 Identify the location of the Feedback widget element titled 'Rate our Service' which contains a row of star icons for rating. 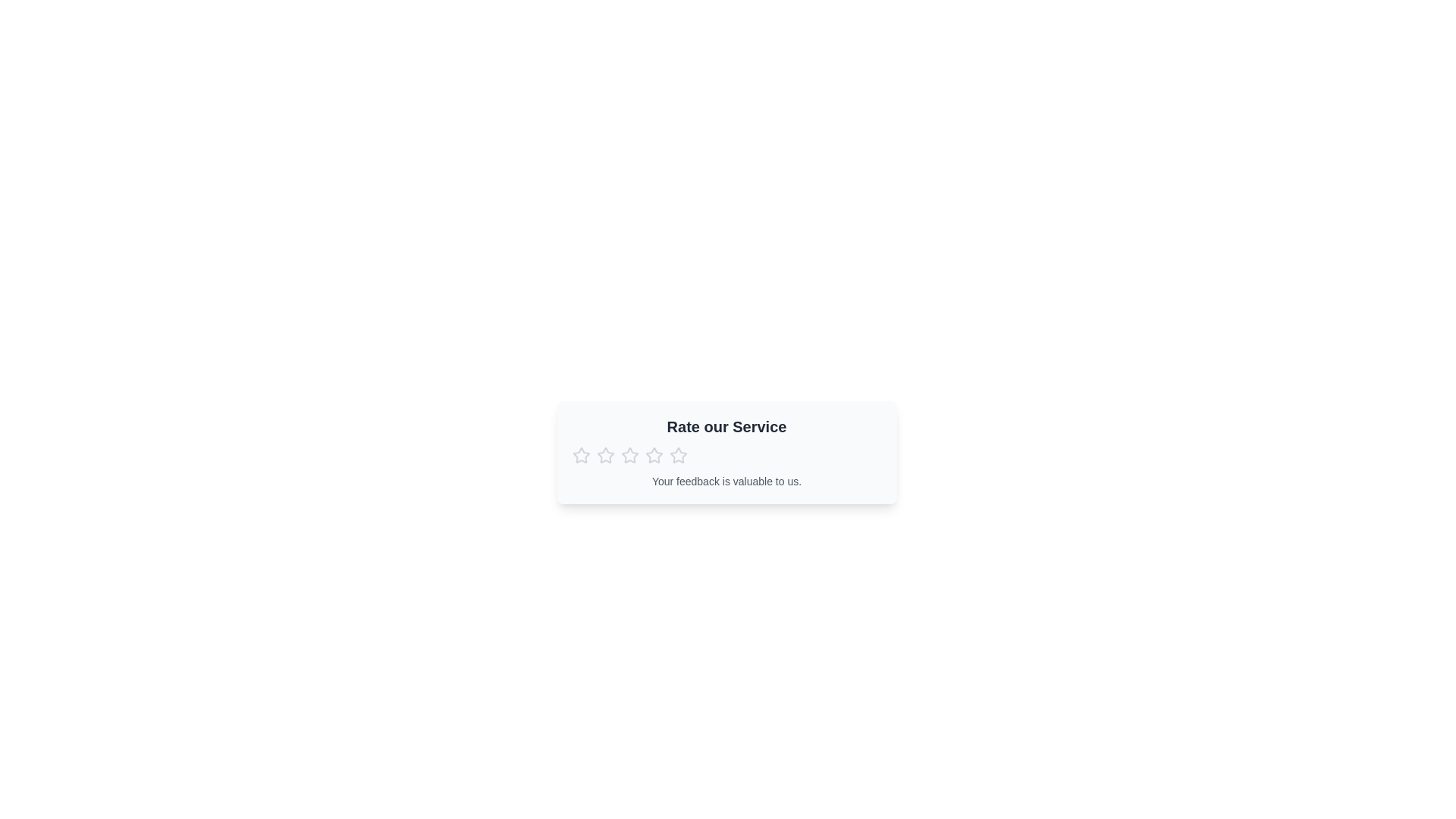
(726, 452).